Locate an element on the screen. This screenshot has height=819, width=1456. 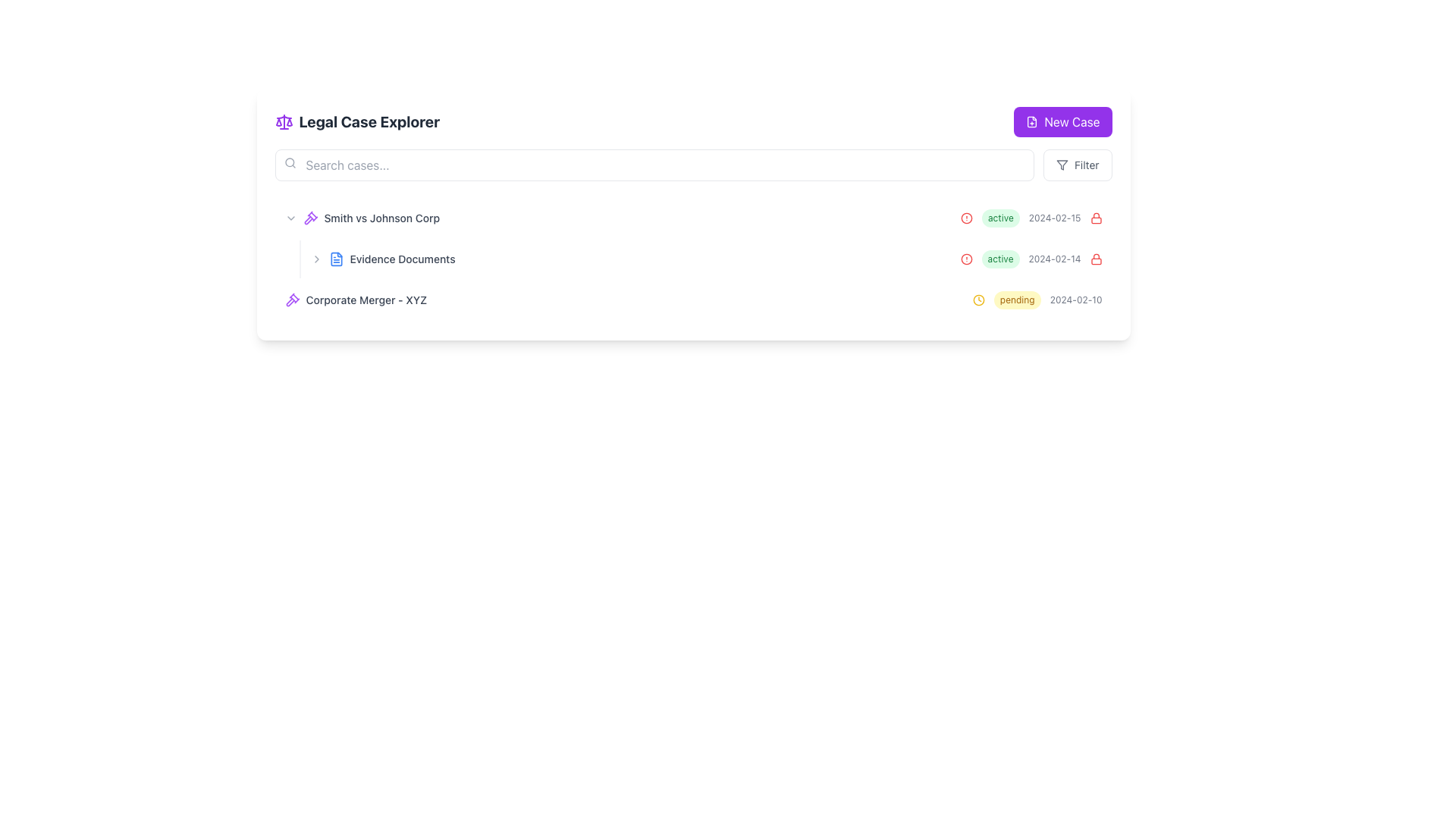
the static text label displaying 'Smith vs Johnson Corp', which is styled in medium gray and located in the central portion of the interface, following a gavel icon is located at coordinates (381, 218).